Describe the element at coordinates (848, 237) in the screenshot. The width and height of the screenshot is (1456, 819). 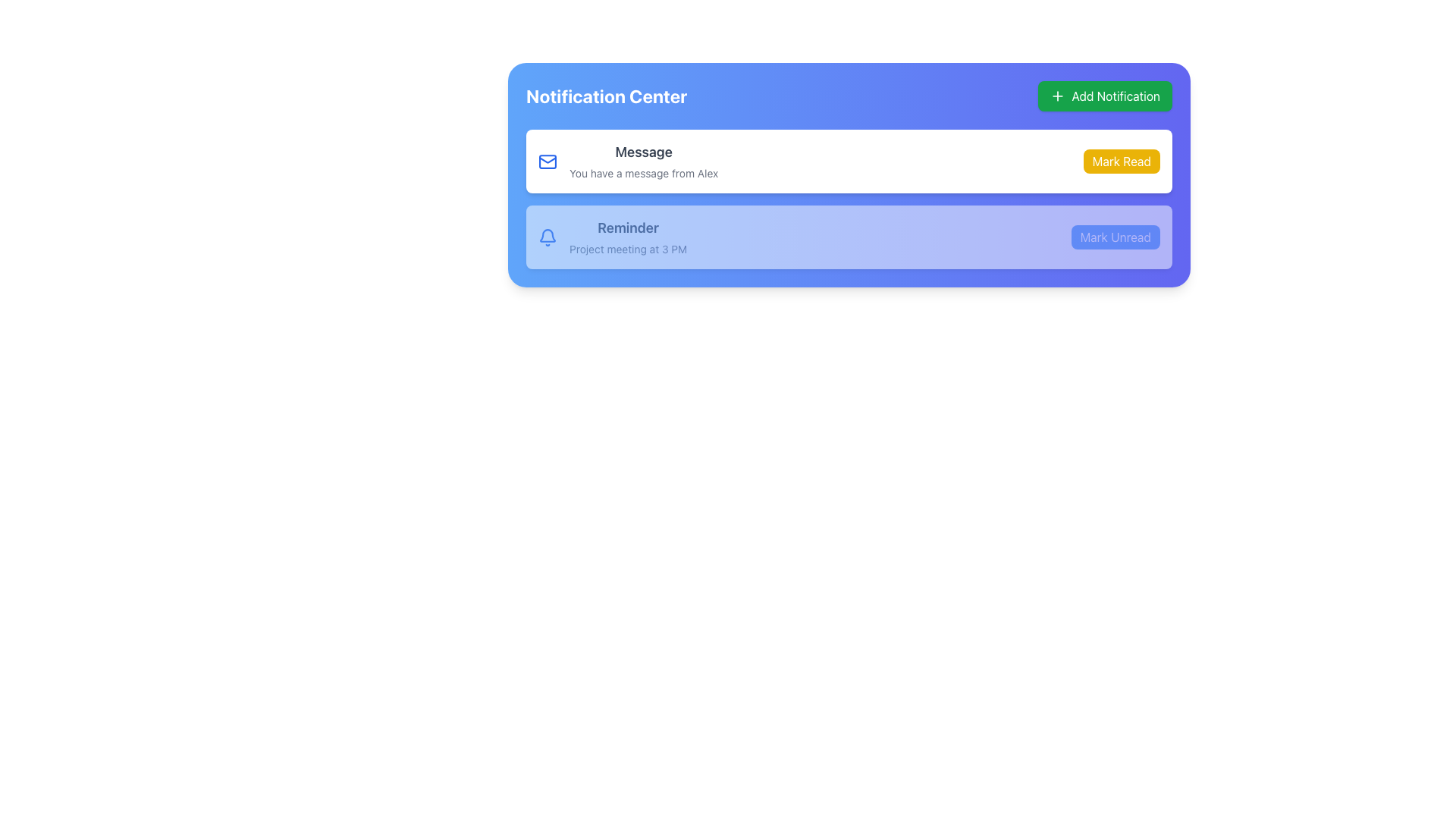
I see `the Notification Card that notifies about a project meeting scheduled at 3 PM` at that location.